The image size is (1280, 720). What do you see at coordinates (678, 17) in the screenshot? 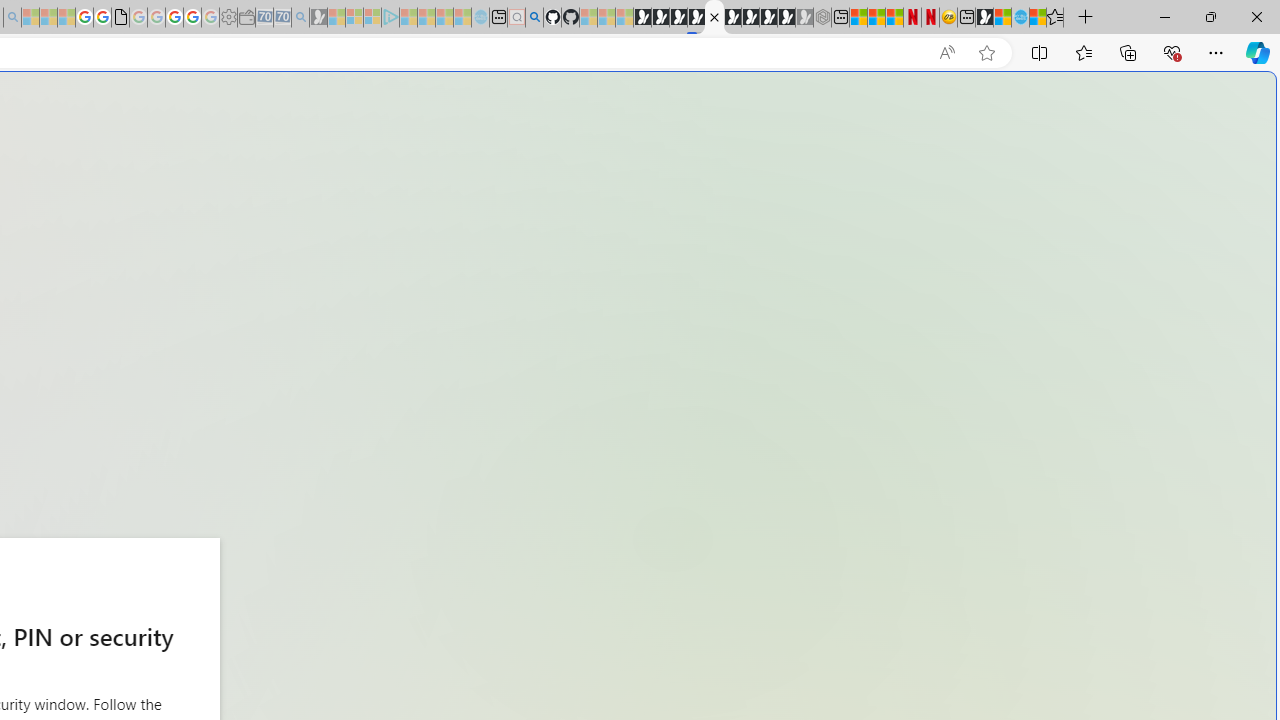
I see `'Play Cave FRVR in your browser | Games from Microsoft Start'` at bounding box center [678, 17].